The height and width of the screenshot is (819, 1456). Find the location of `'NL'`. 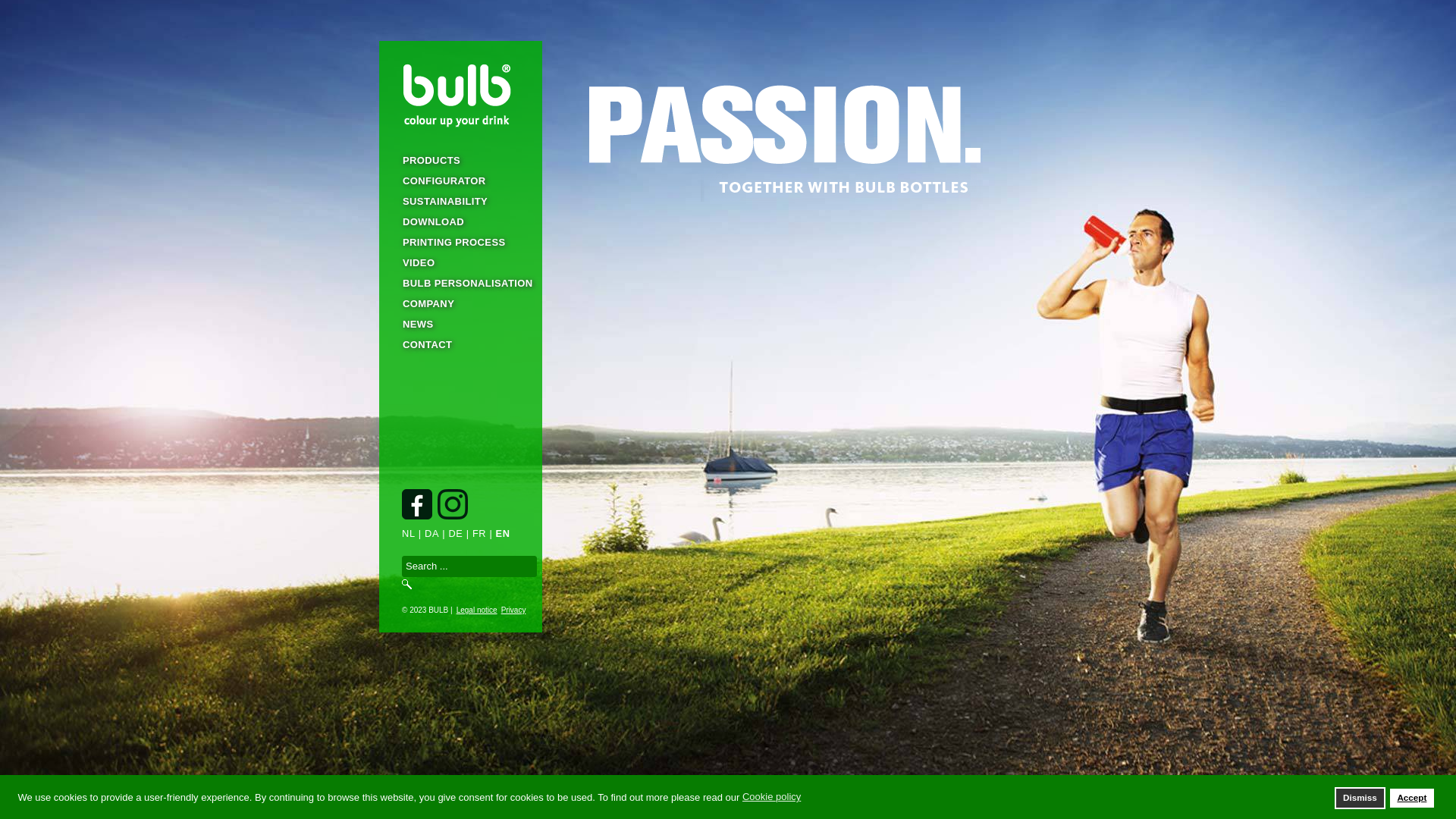

'NL' is located at coordinates (408, 532).